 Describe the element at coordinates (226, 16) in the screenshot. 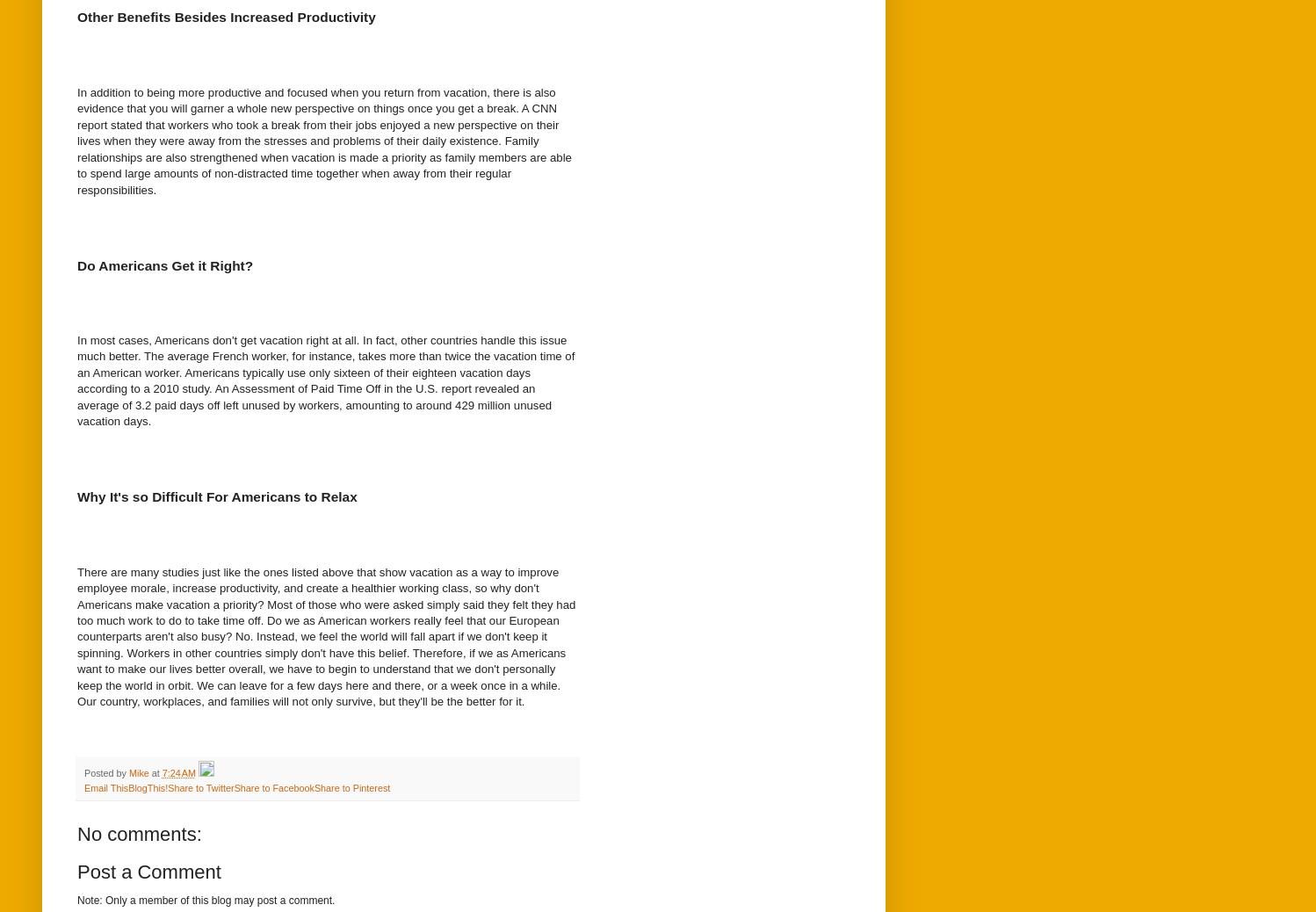

I see `'Other Benefits Besides Increased Productivity'` at that location.